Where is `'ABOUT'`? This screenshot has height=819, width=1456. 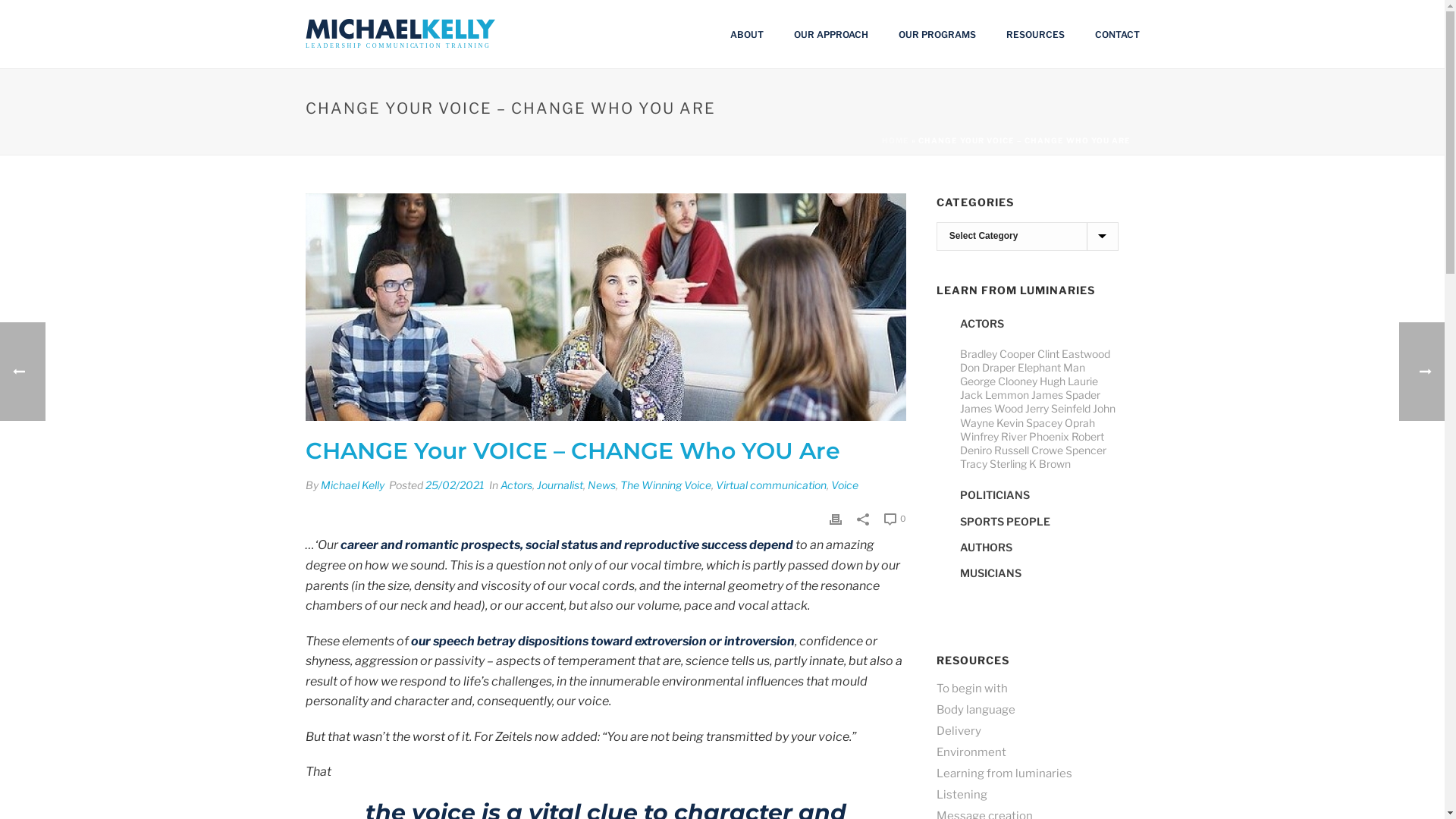 'ABOUT' is located at coordinates (745, 34).